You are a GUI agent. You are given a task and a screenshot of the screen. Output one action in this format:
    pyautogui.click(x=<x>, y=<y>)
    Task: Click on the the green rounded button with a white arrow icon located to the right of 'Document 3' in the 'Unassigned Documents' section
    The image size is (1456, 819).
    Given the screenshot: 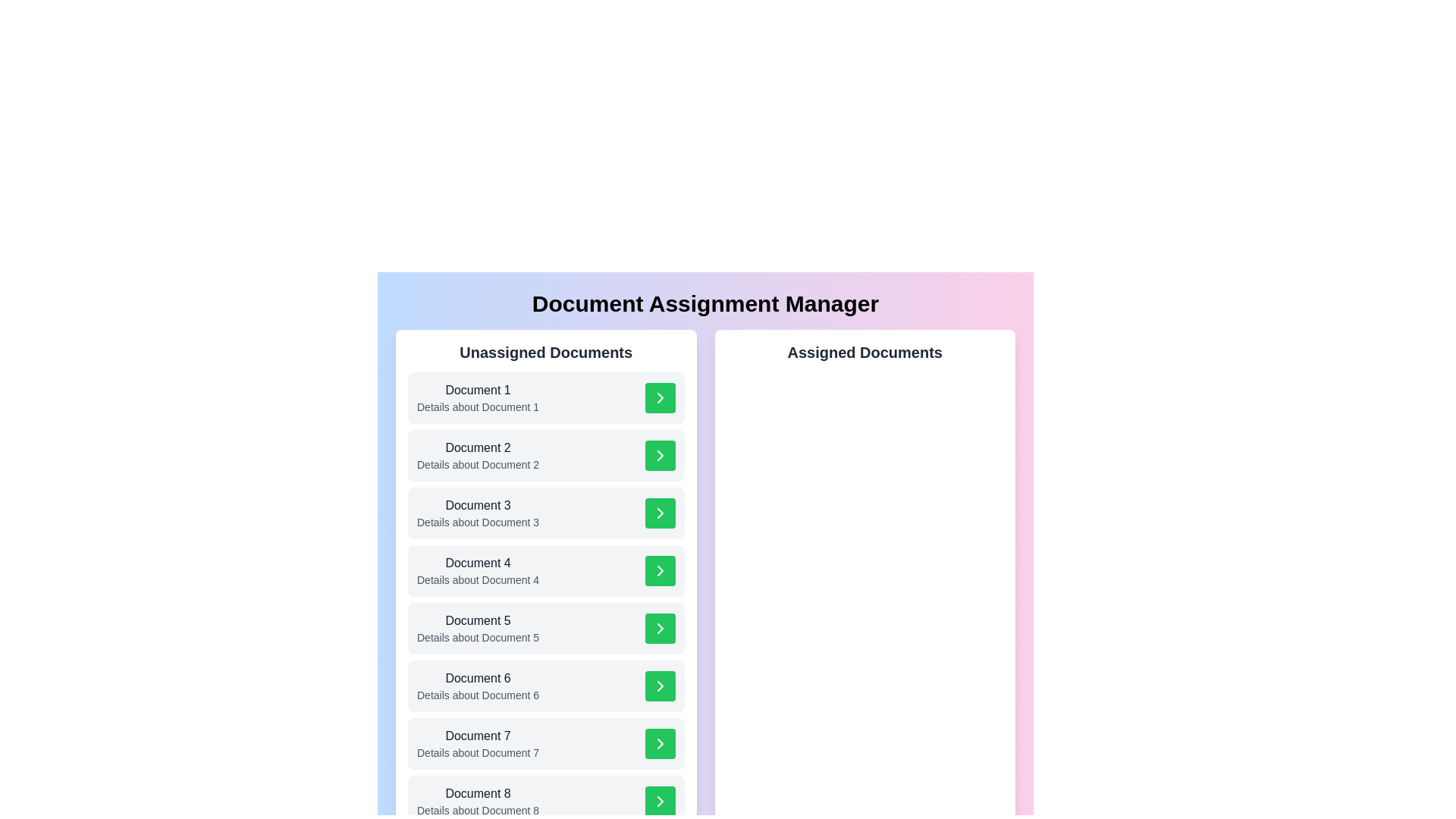 What is the action you would take?
    pyautogui.click(x=660, y=513)
    